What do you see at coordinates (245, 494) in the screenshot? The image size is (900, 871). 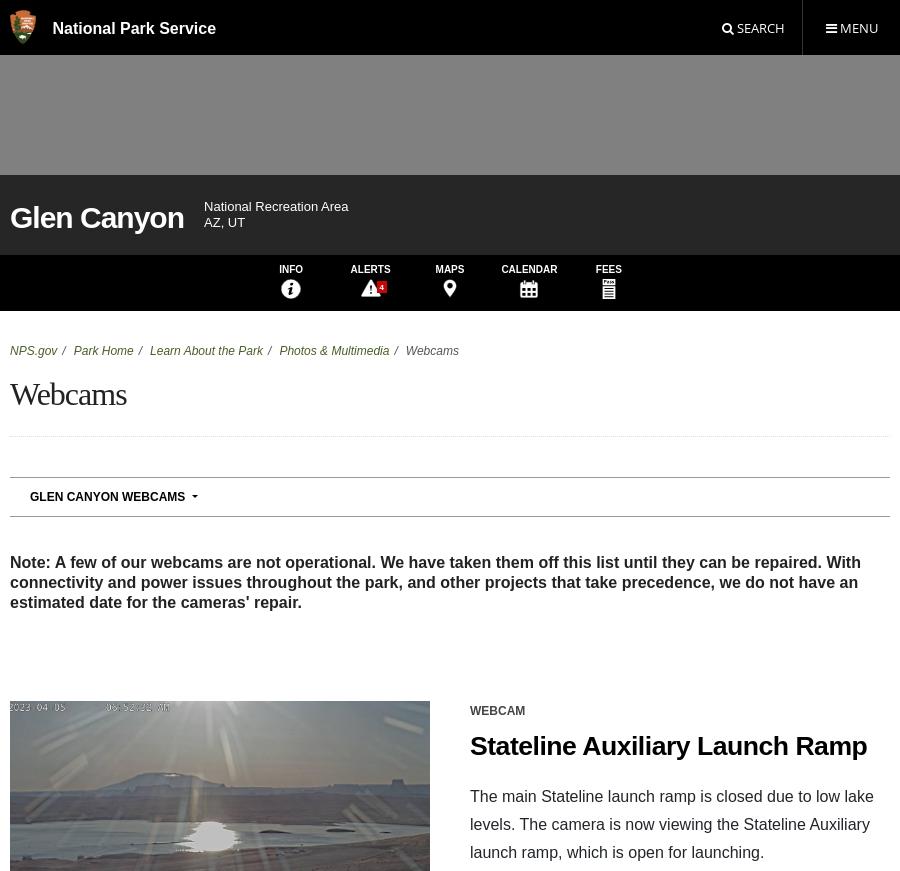 I see `'Yes'` at bounding box center [245, 494].